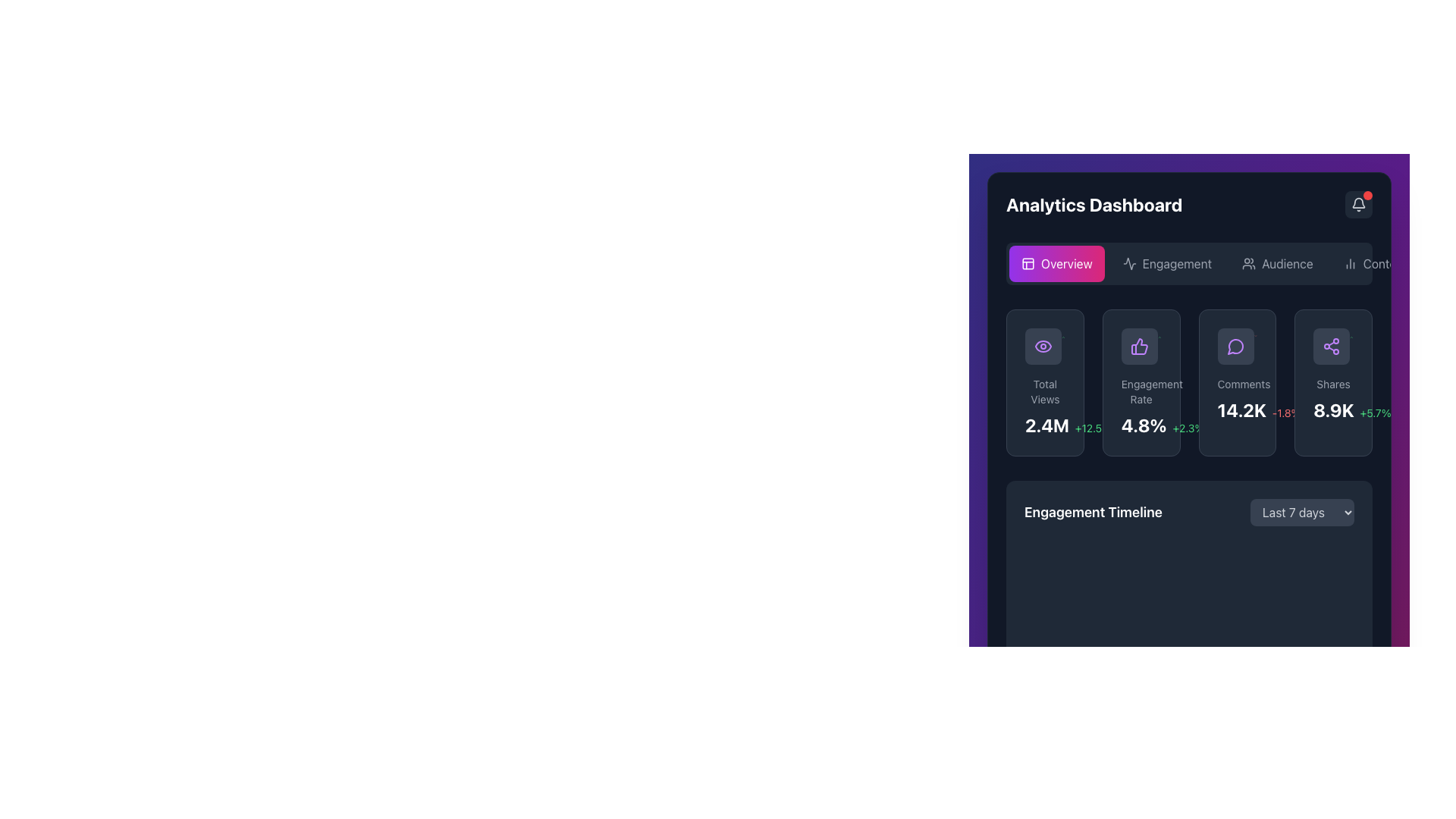 This screenshot has height=819, width=1456. What do you see at coordinates (1376, 413) in the screenshot?
I see `the text label displaying the percentage change '+5.7%' in green text, which is located in the 'Shares' block of the dashboard, to indicate a positive growth next to the primary statistic '8.9K'` at bounding box center [1376, 413].